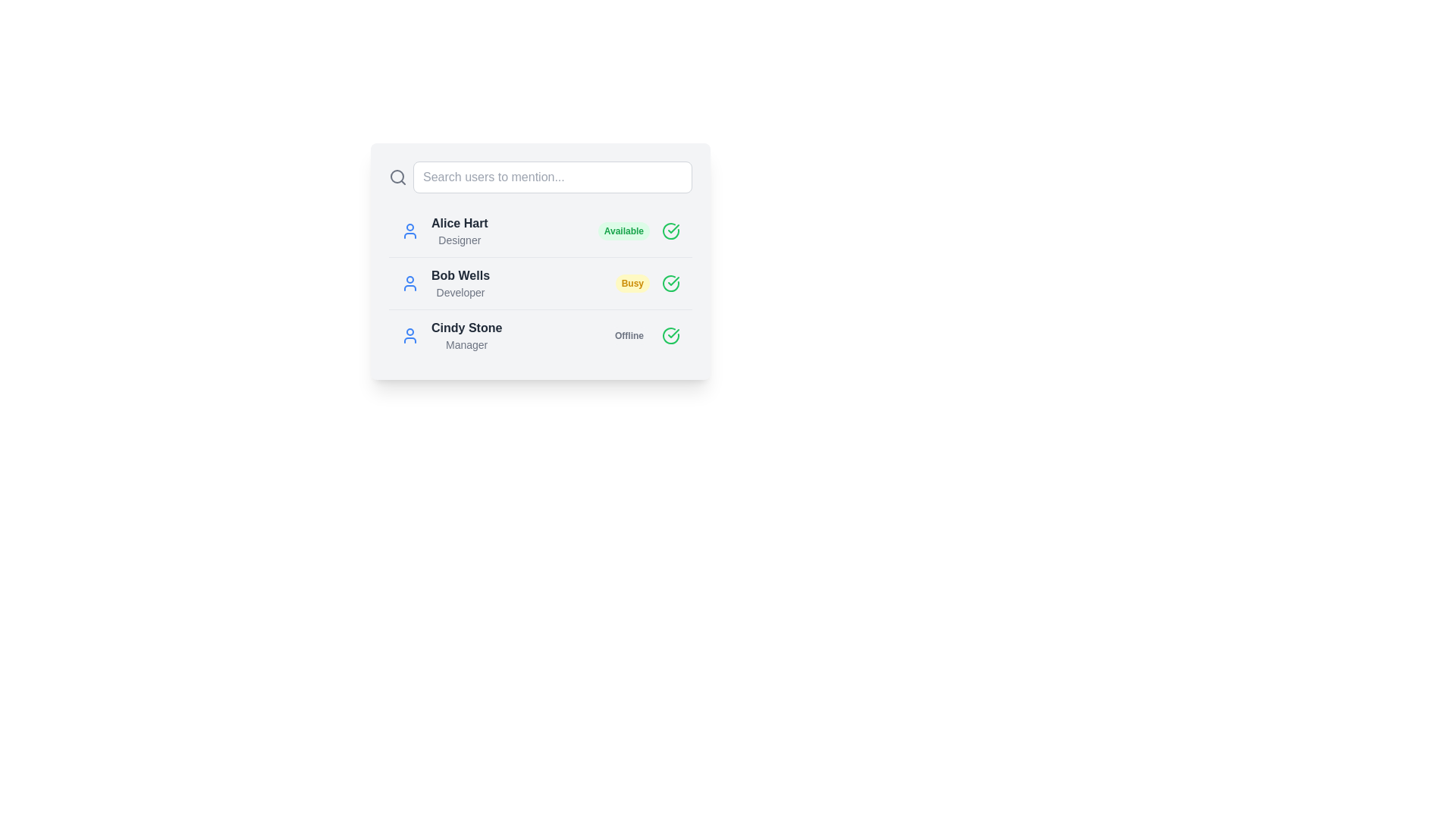  Describe the element at coordinates (670, 335) in the screenshot. I see `the state of the circular green check mark icon indicating success, located in the last user card for 'Cindy Stone' with 'Offline' status` at that location.